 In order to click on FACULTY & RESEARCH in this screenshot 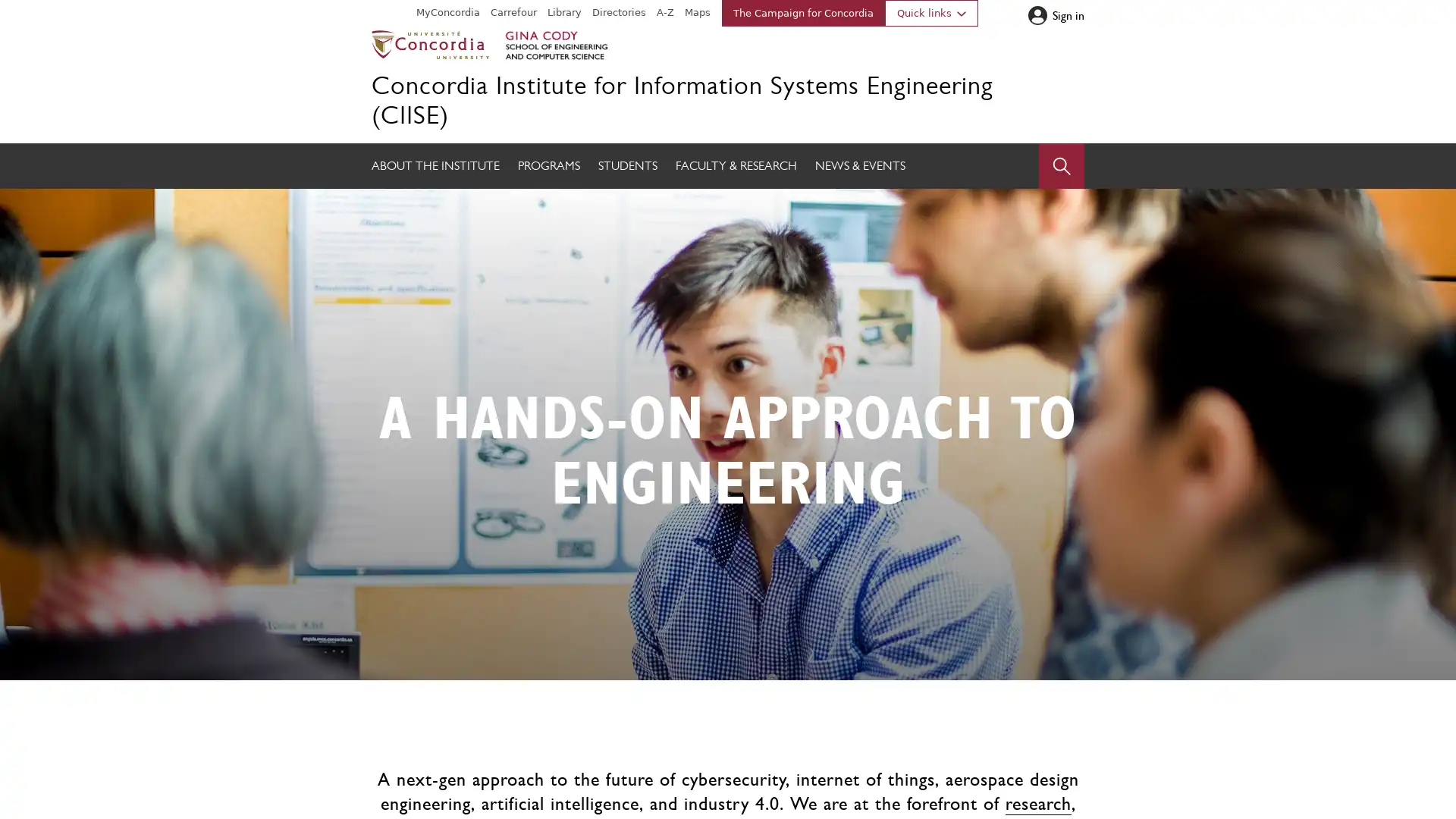, I will do `click(736, 166)`.